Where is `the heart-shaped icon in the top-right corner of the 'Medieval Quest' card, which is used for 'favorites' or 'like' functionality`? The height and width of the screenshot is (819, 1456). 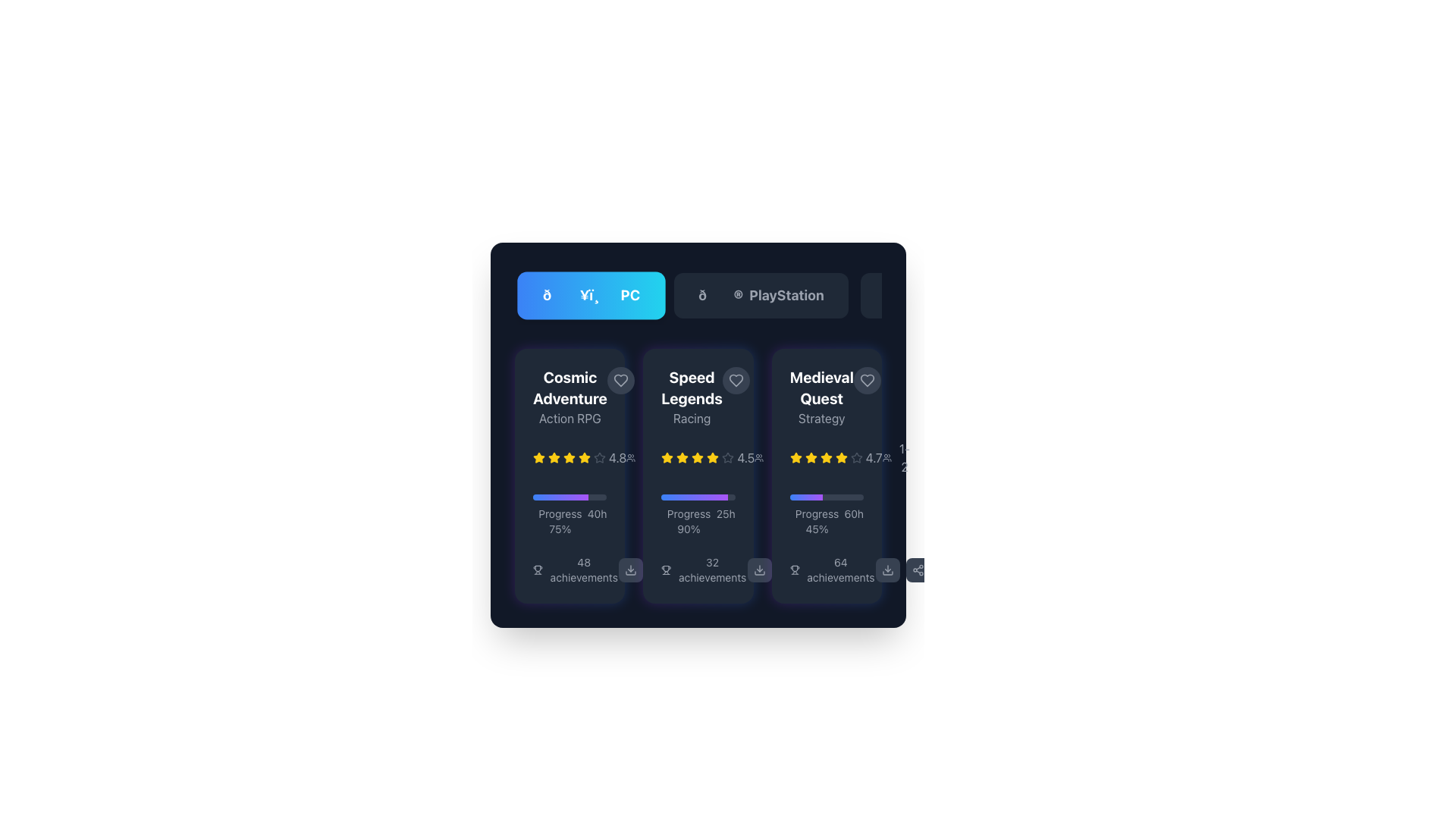
the heart-shaped icon in the top-right corner of the 'Medieval Quest' card, which is used for 'favorites' or 'like' functionality is located at coordinates (867, 379).